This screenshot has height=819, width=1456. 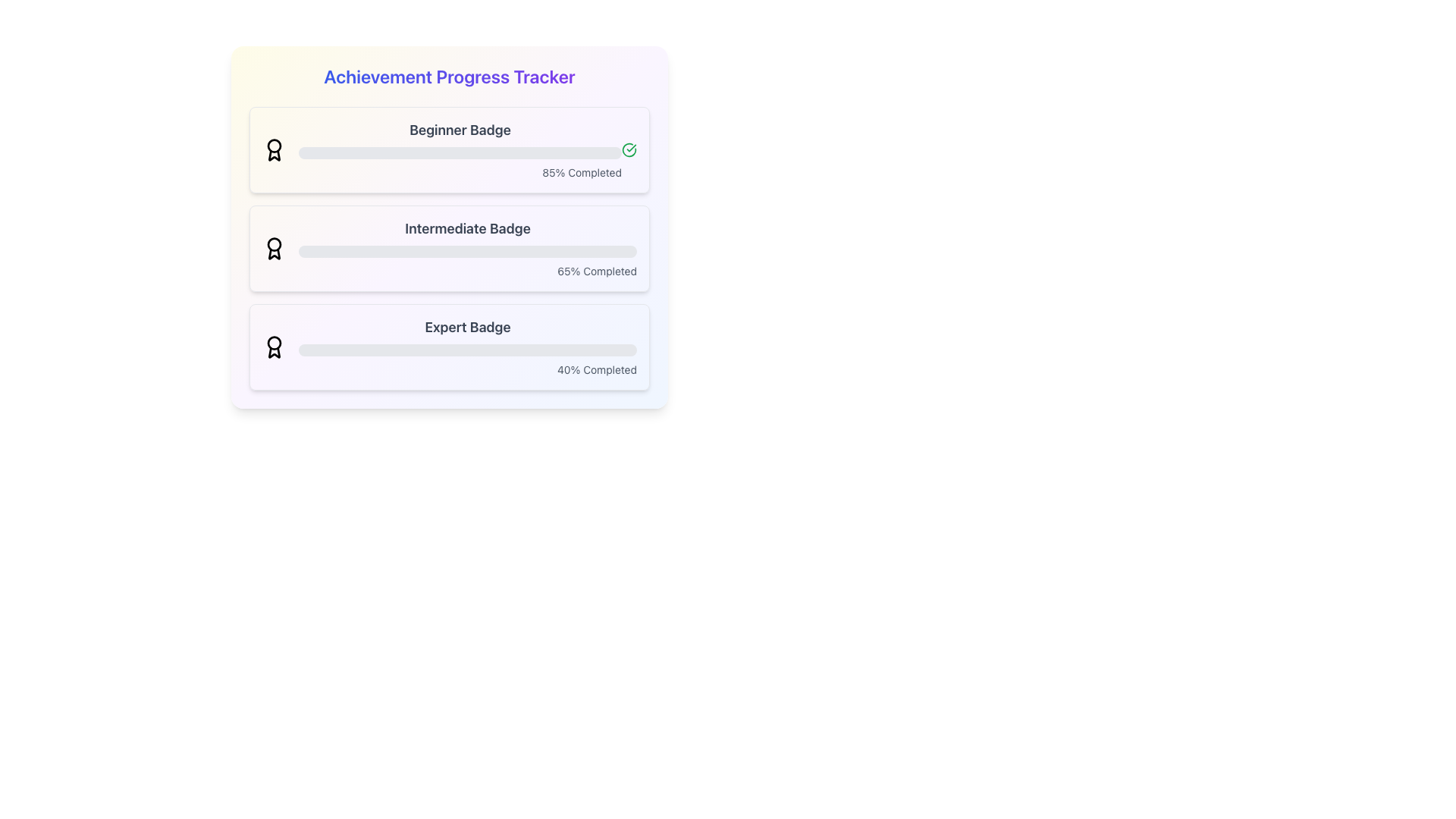 What do you see at coordinates (408, 250) in the screenshot?
I see `the Progress Indicator representing 65% completion for the 'Intermediate Badge' achievement, located within the central section of the badge progress trackers` at bounding box center [408, 250].